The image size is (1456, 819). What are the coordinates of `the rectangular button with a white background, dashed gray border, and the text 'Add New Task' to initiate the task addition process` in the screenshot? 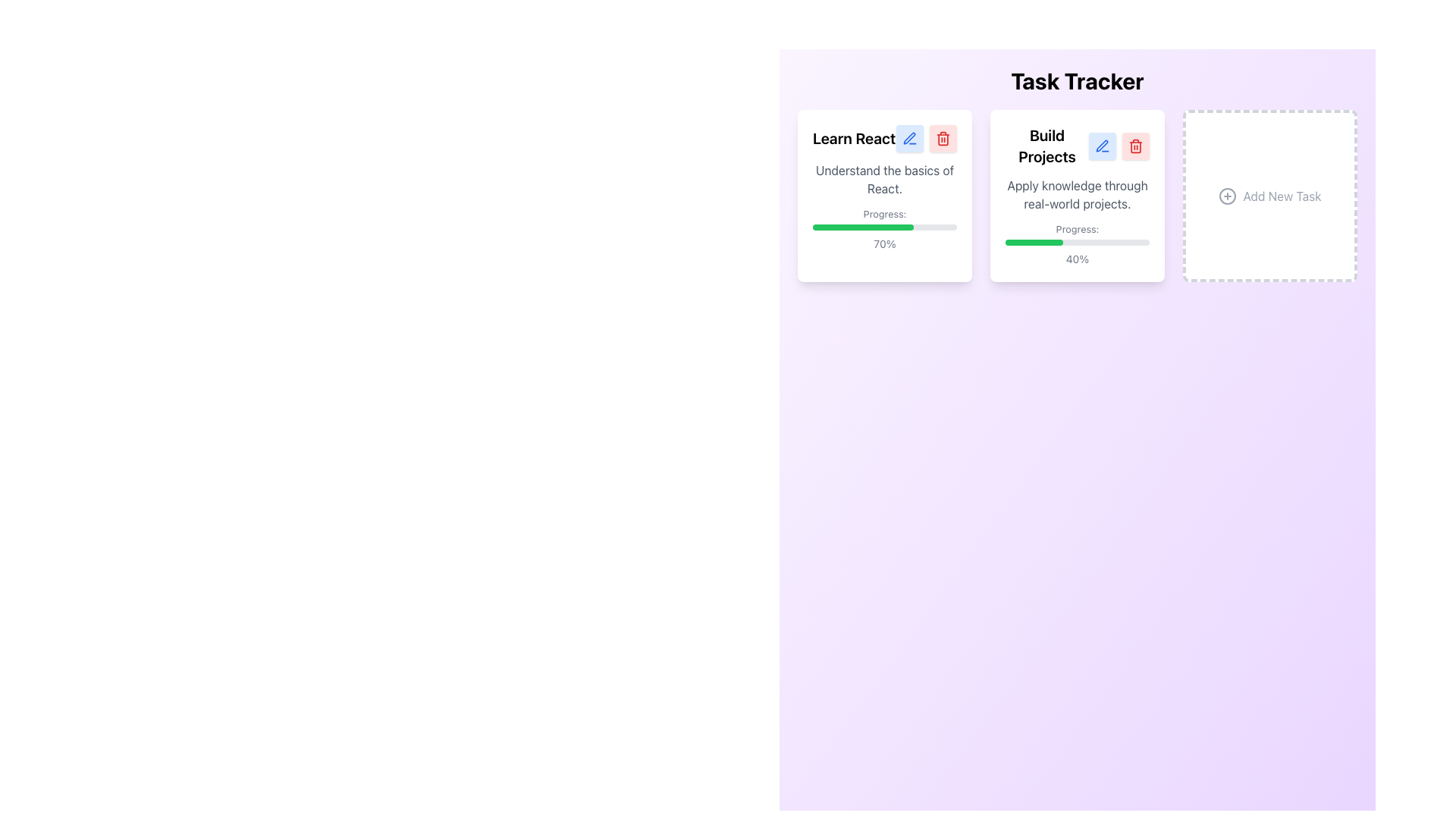 It's located at (1270, 195).